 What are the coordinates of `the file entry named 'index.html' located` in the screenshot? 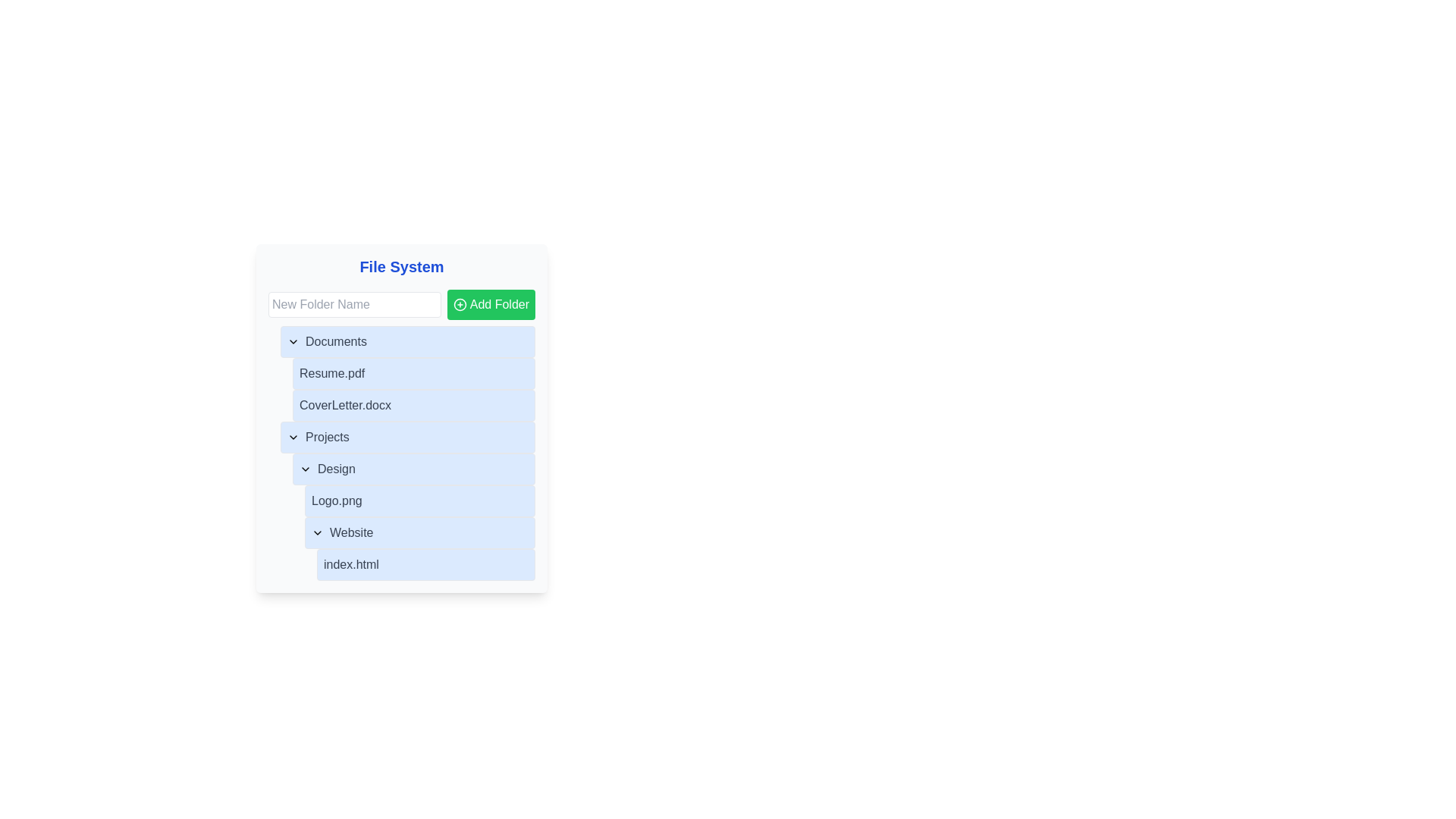 It's located at (425, 564).